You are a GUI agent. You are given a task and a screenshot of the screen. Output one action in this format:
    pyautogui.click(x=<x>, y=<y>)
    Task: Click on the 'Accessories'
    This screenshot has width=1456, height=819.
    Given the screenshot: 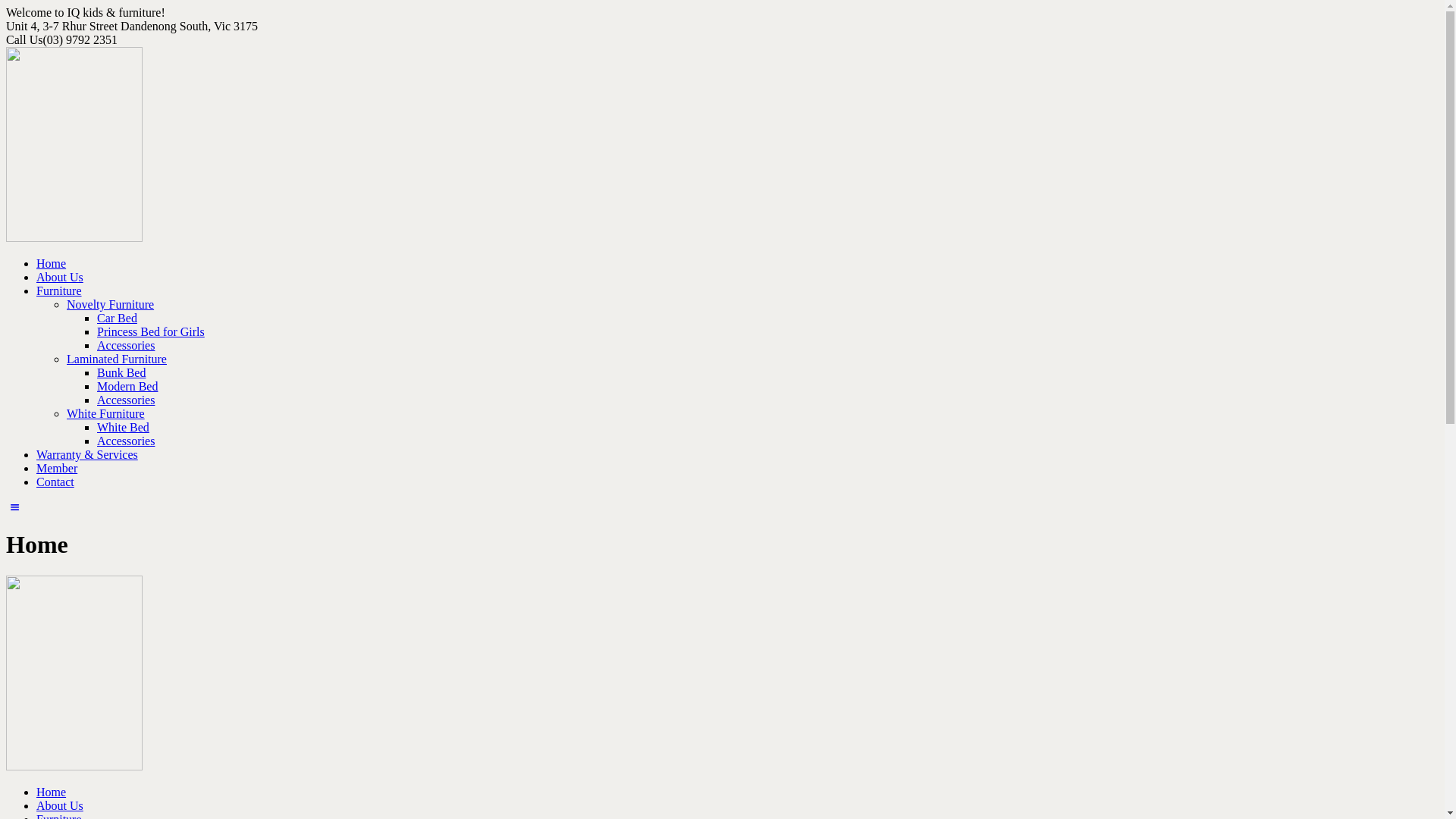 What is the action you would take?
    pyautogui.click(x=96, y=345)
    